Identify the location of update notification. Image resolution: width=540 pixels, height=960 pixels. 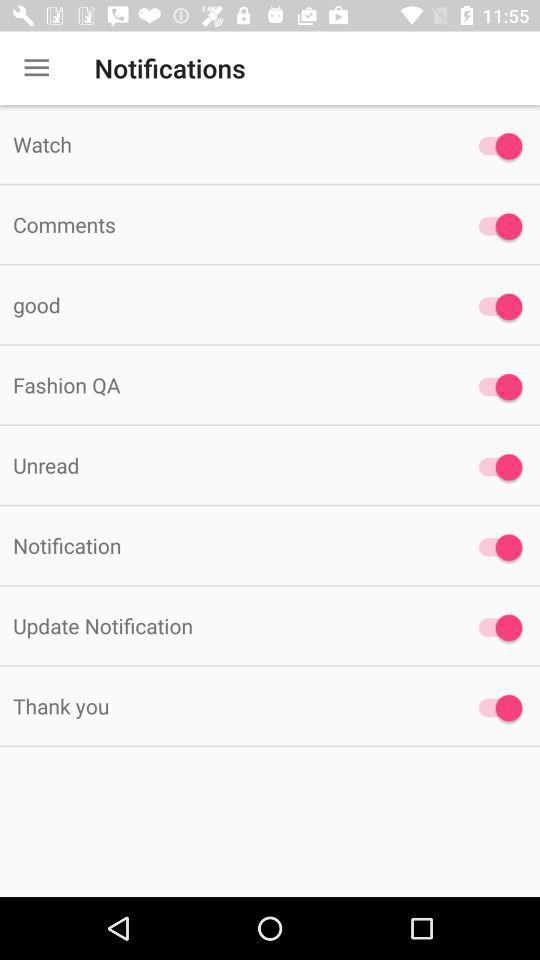
(494, 626).